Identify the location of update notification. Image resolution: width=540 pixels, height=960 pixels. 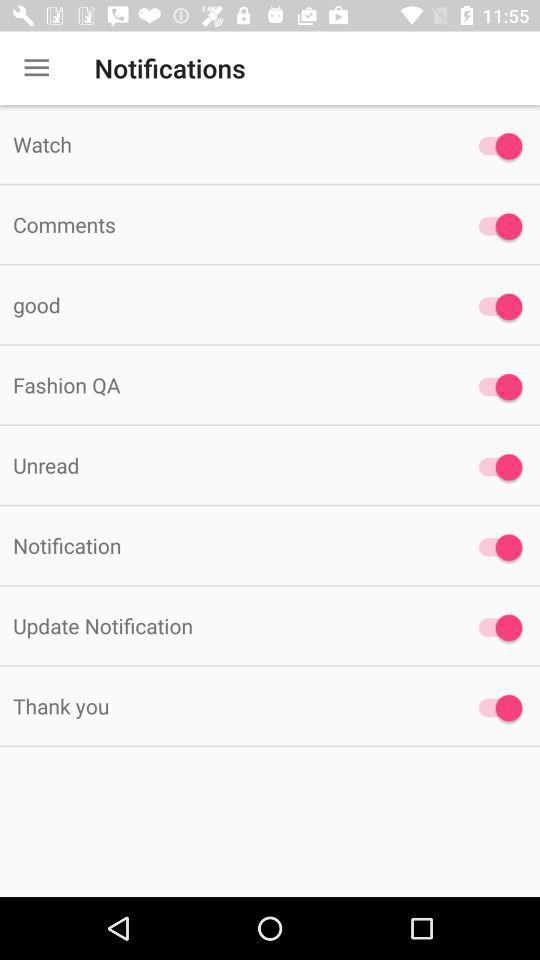
(494, 626).